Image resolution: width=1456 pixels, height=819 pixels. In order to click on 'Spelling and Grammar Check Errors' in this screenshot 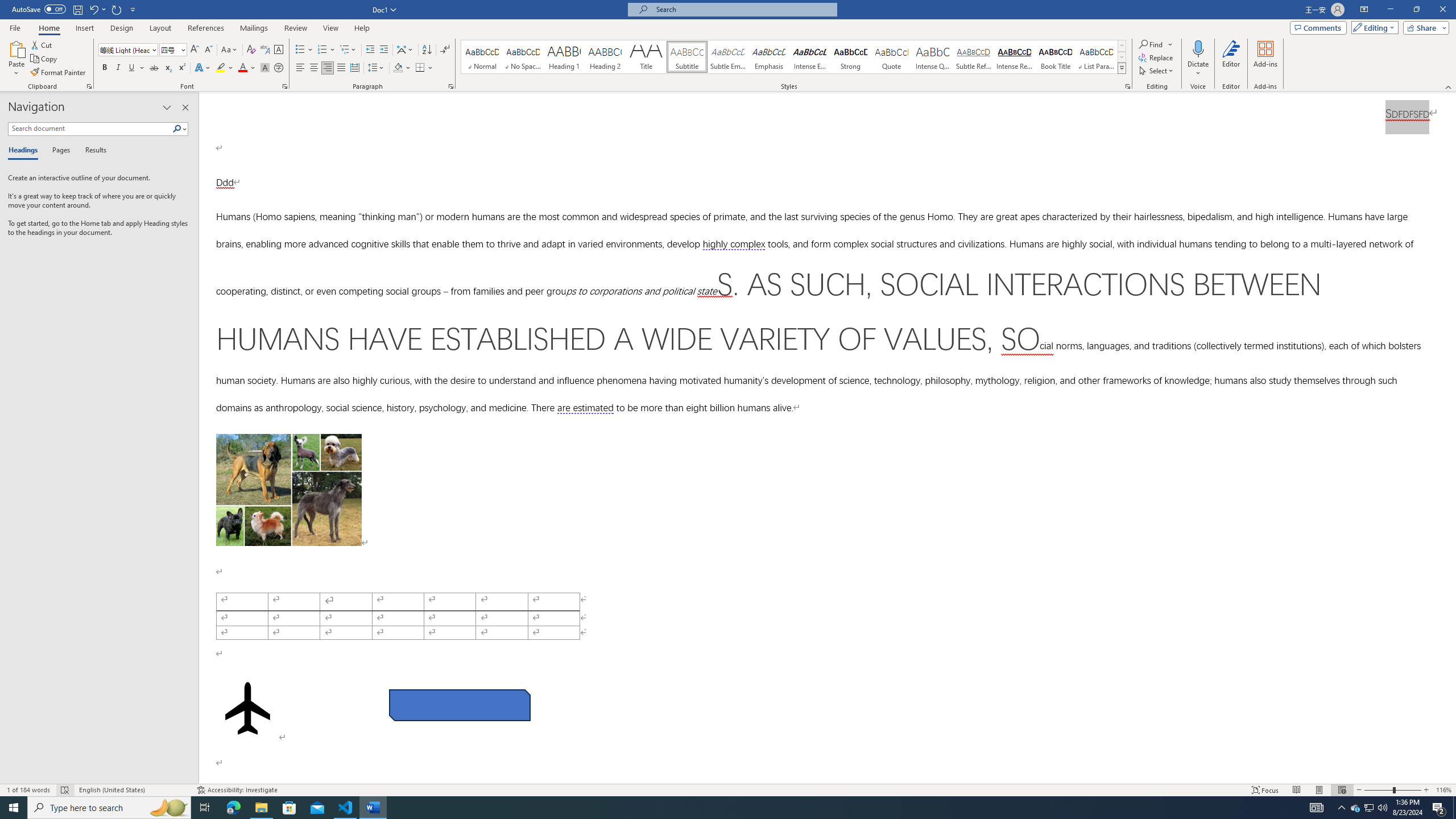, I will do `click(65, 790)`.